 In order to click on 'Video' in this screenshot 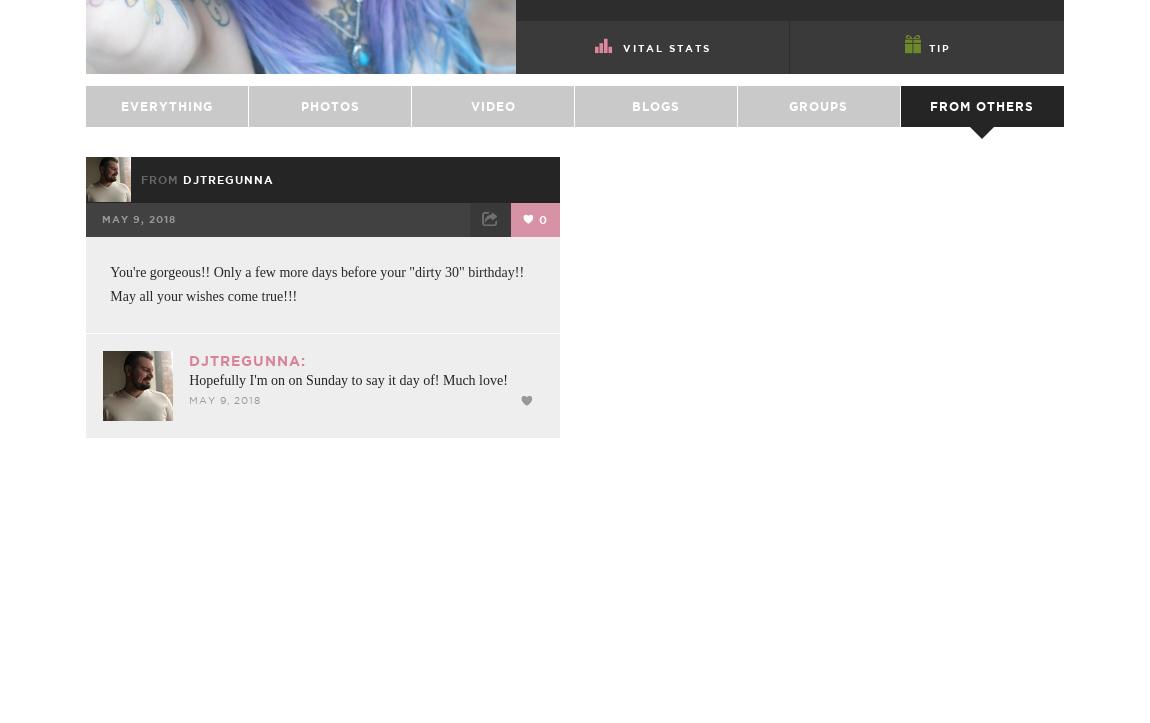, I will do `click(492, 155)`.